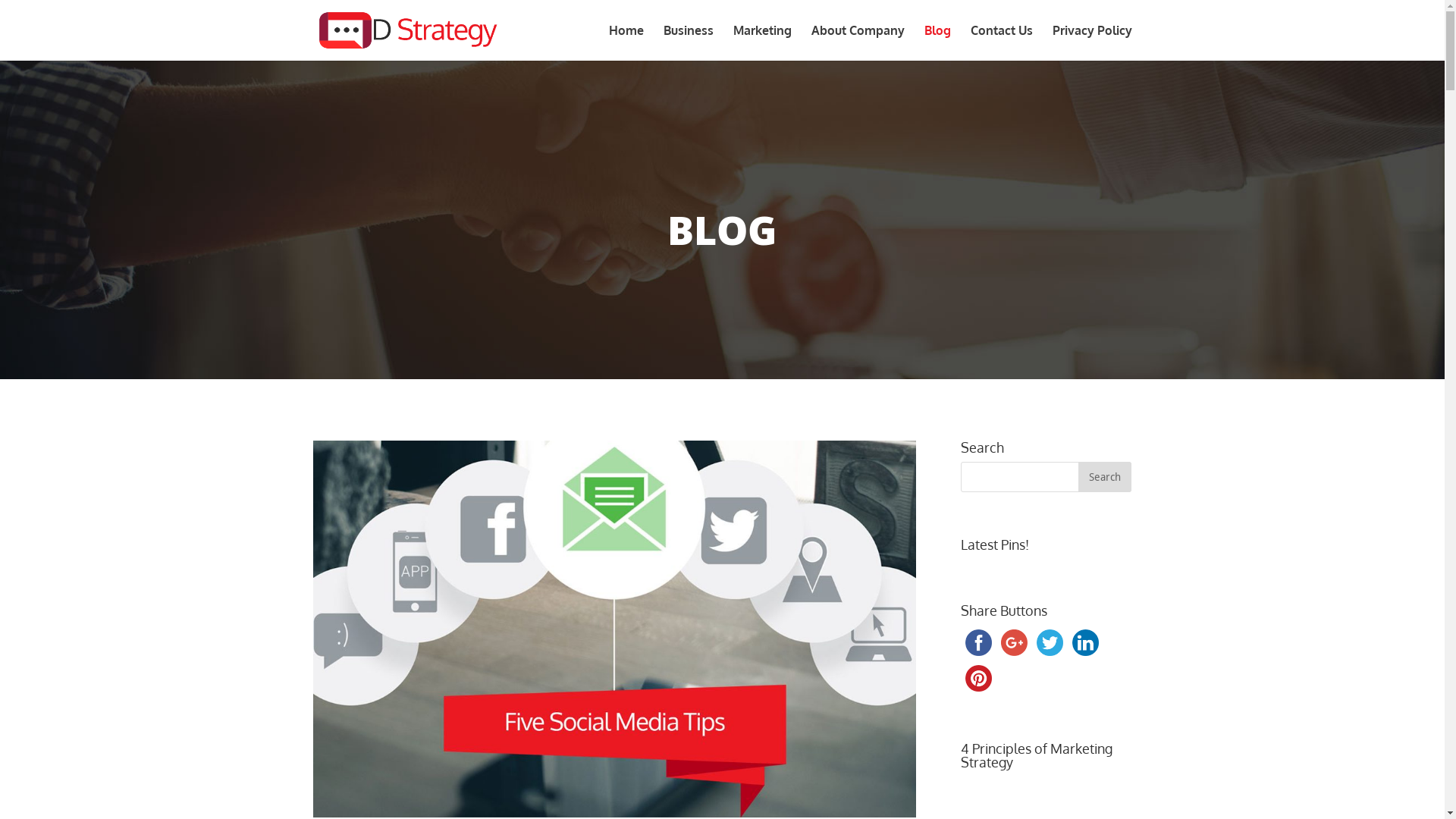 This screenshot has width=1456, height=819. Describe the element at coordinates (687, 42) in the screenshot. I see `'Business'` at that location.